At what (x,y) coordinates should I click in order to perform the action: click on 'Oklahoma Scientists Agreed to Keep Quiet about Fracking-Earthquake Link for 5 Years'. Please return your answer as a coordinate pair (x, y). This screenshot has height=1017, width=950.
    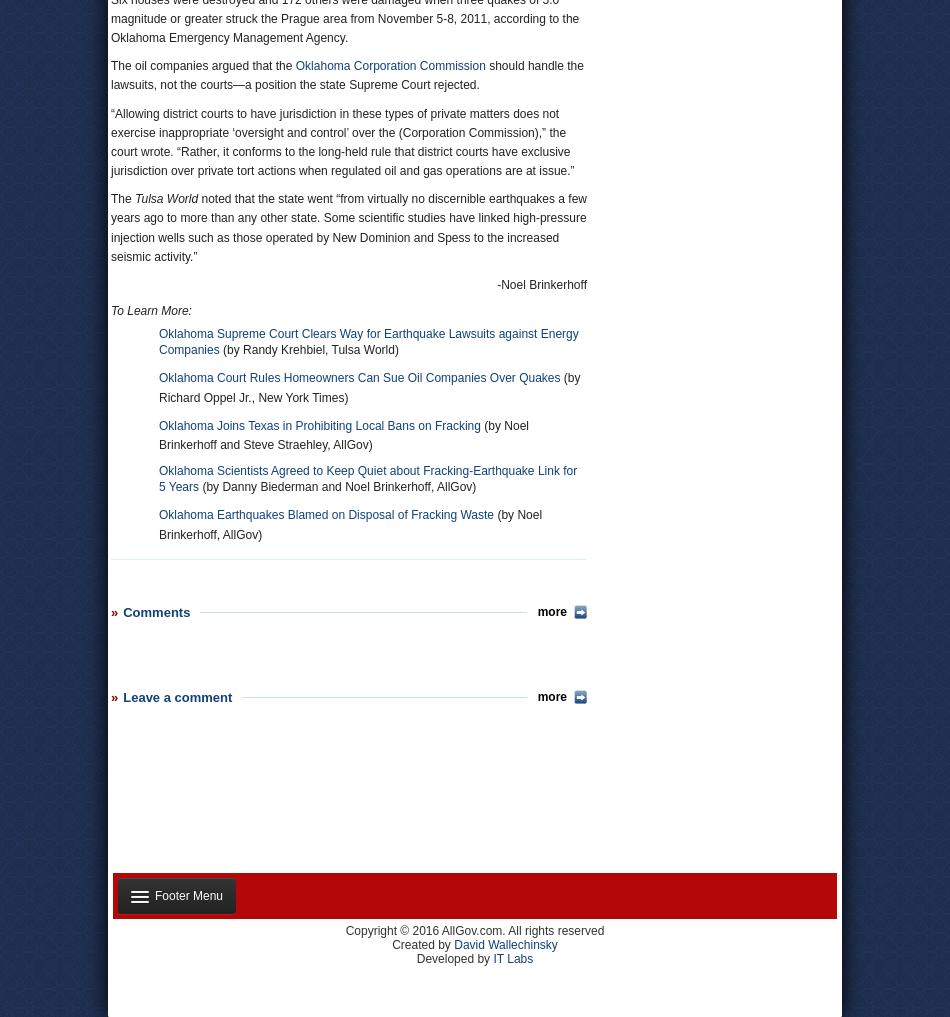
    Looking at the image, I should click on (367, 478).